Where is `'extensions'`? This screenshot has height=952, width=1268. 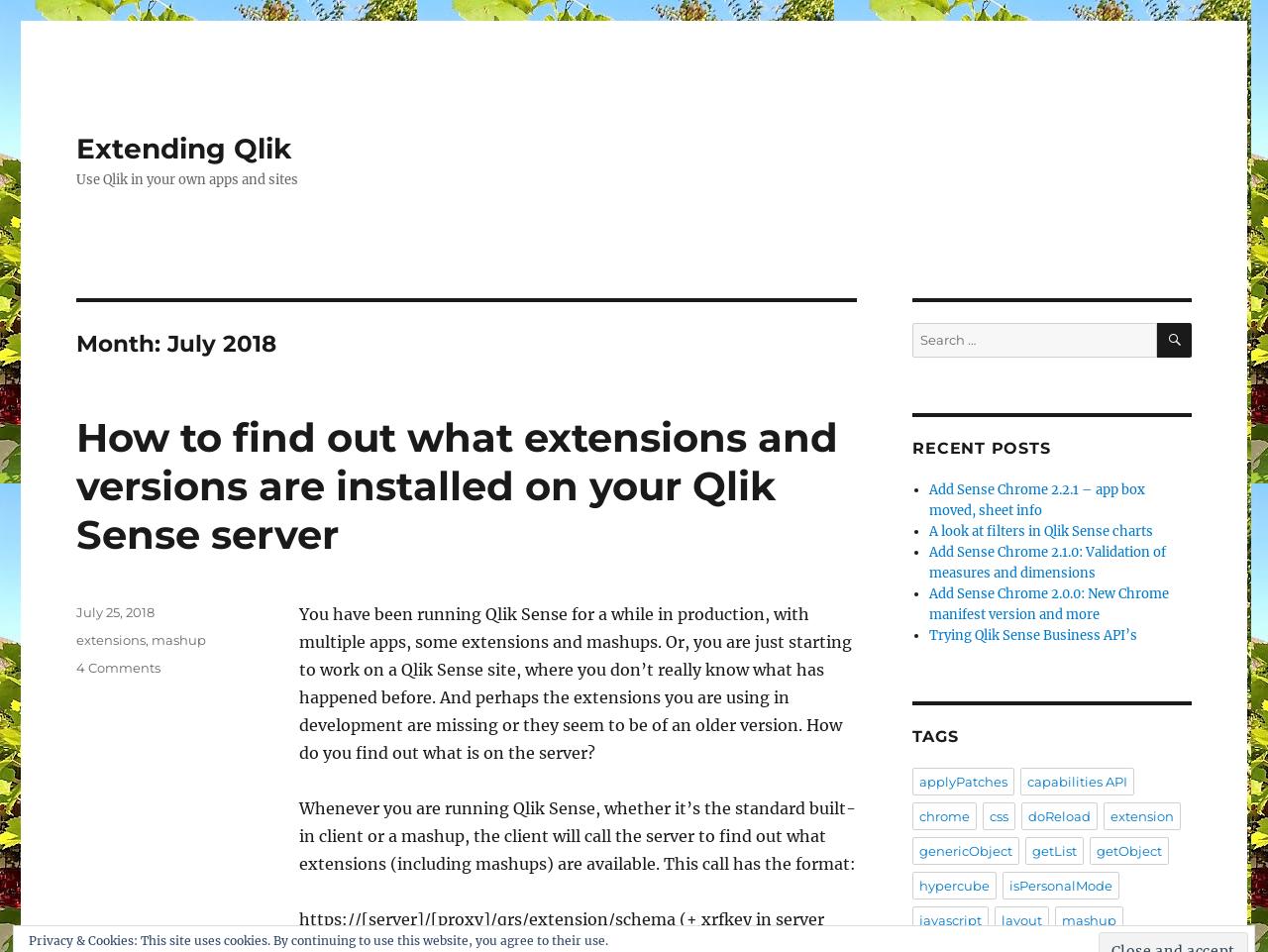
'extensions' is located at coordinates (110, 638).